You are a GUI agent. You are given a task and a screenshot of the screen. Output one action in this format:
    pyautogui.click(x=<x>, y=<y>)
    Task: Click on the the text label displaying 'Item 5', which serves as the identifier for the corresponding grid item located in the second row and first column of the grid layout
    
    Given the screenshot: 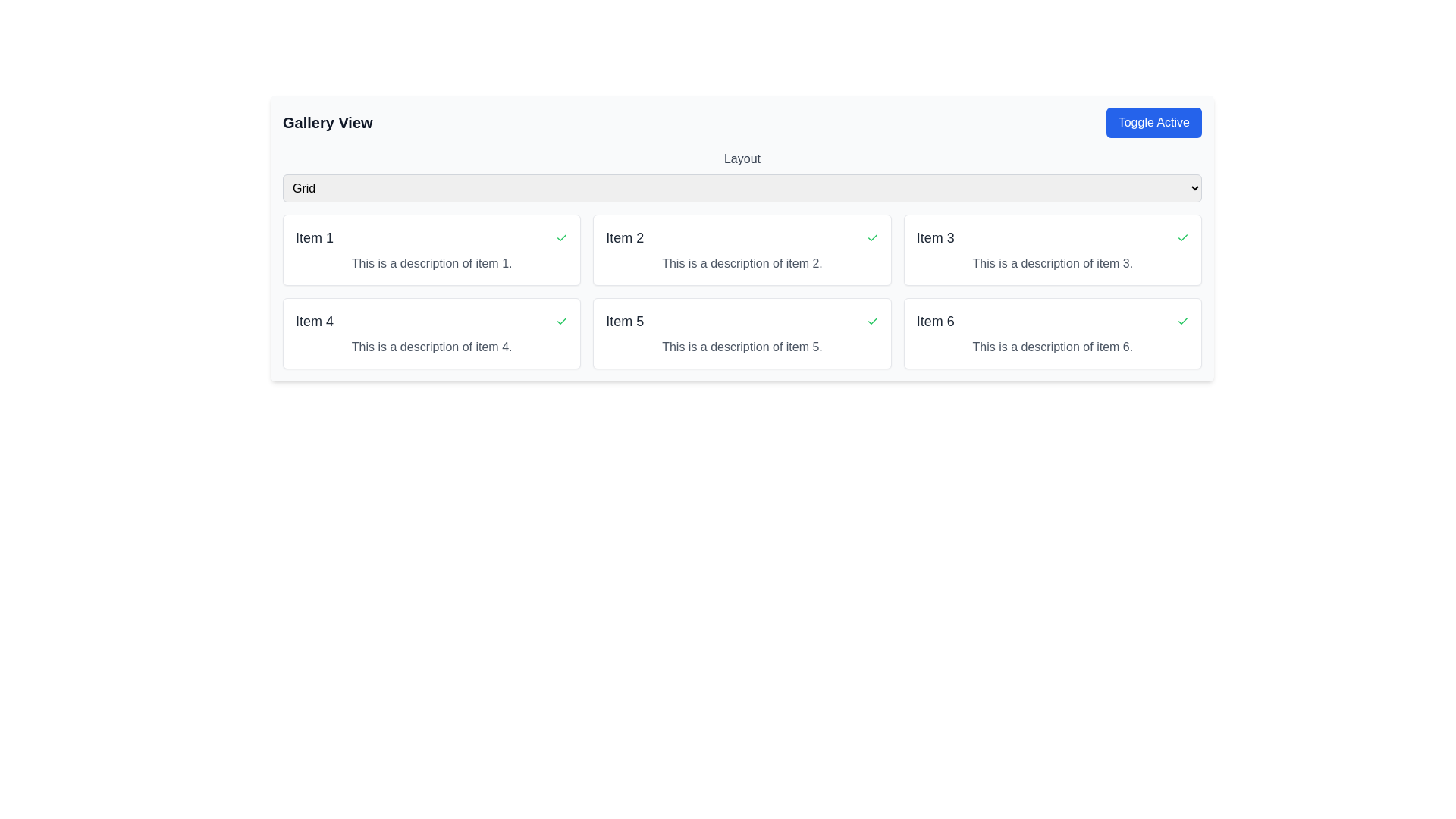 What is the action you would take?
    pyautogui.click(x=625, y=321)
    